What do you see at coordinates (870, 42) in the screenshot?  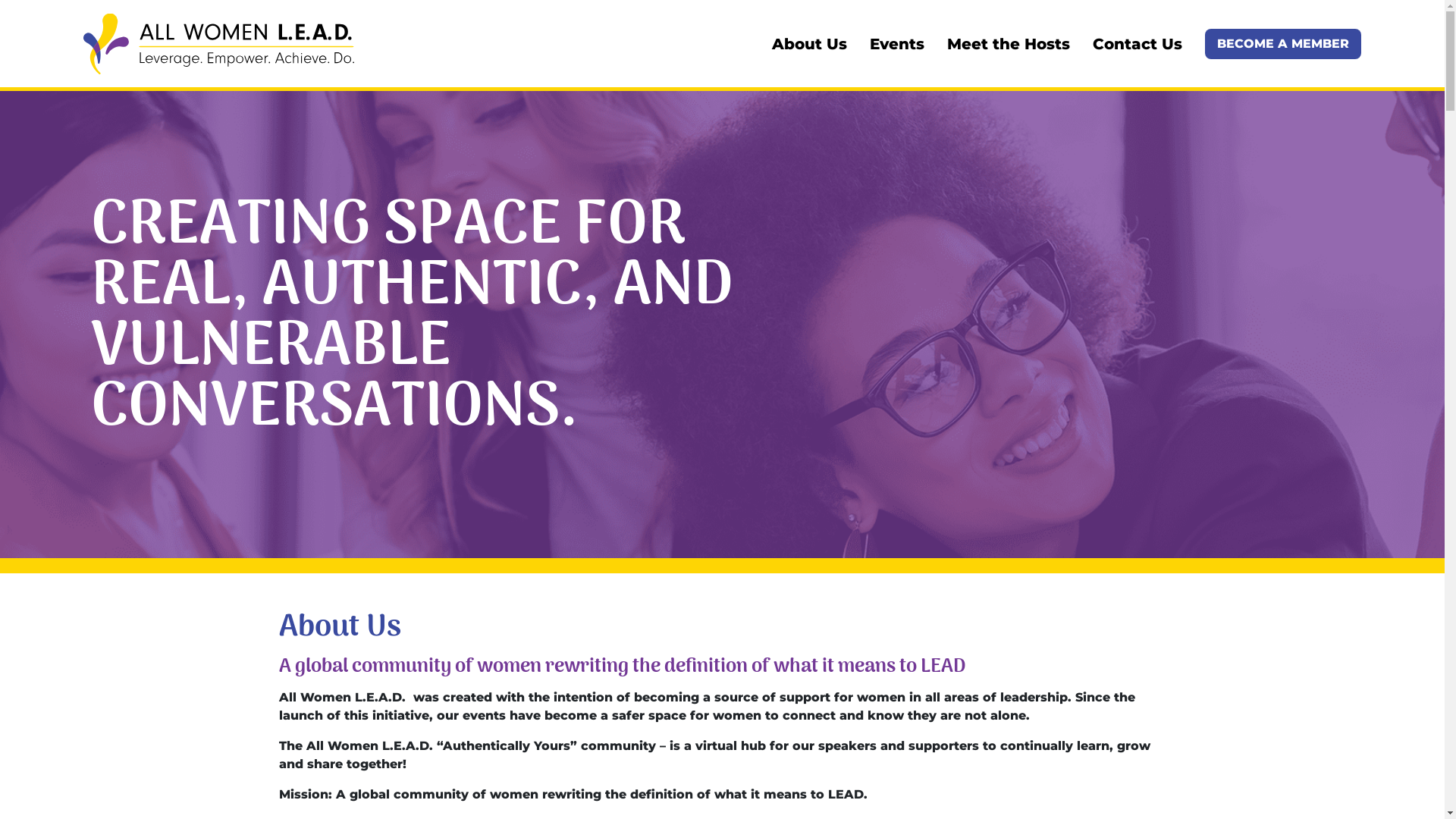 I see `'Events'` at bounding box center [870, 42].